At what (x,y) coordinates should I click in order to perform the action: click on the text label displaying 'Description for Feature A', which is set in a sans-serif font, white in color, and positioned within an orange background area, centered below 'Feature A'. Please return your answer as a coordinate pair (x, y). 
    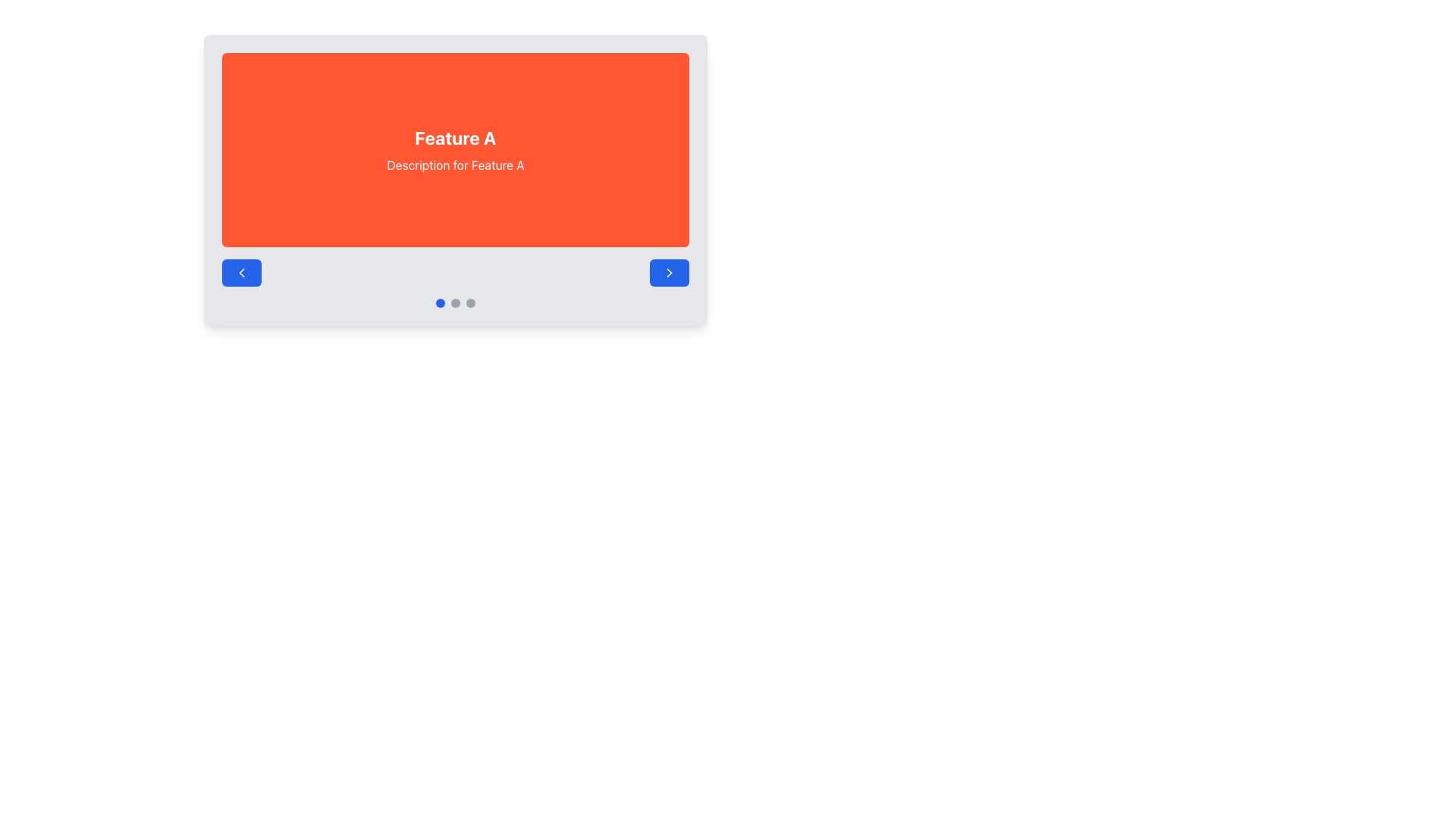
    Looking at the image, I should click on (454, 165).